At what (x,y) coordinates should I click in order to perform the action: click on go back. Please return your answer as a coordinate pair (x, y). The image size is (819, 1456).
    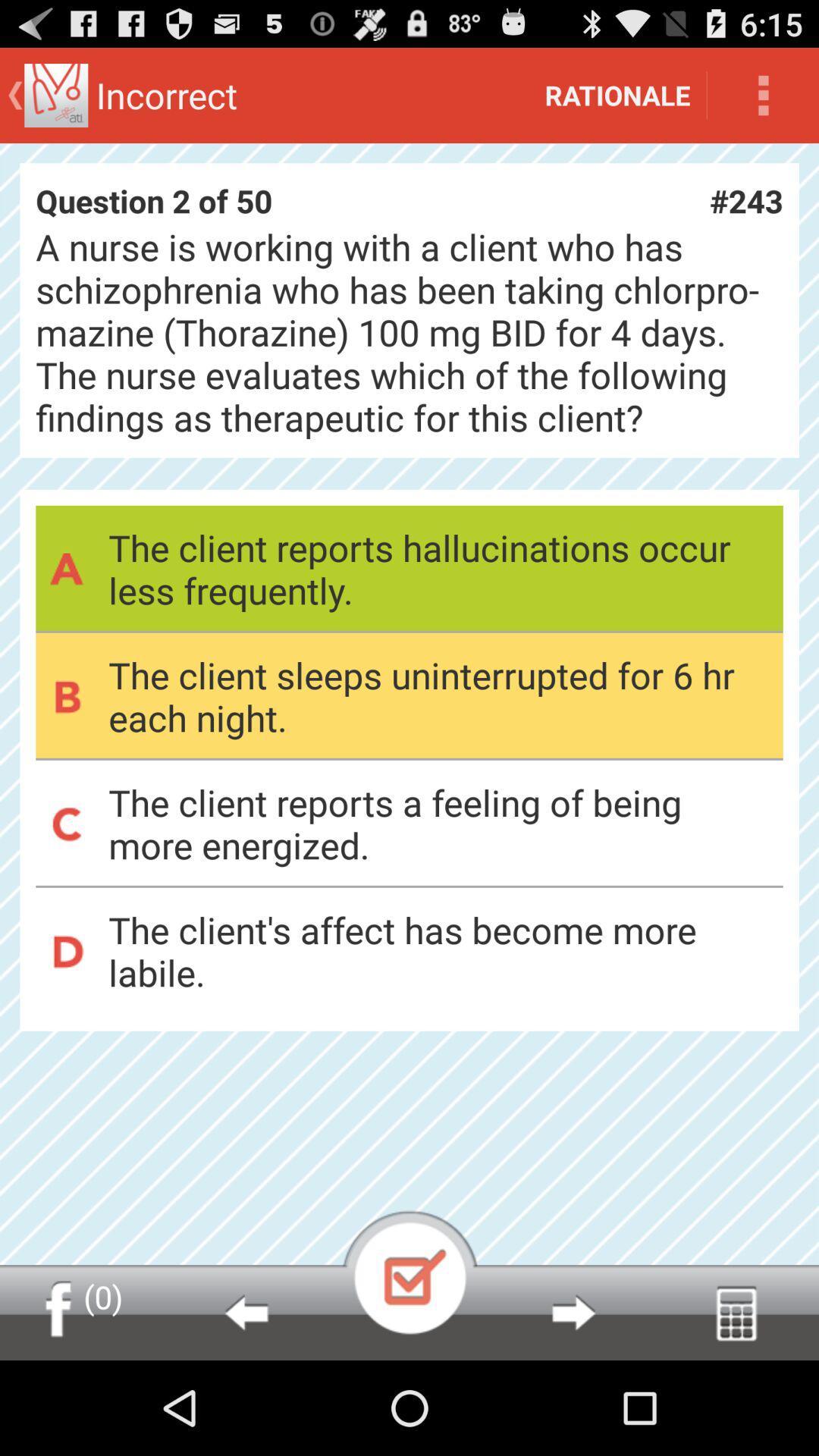
    Looking at the image, I should click on (245, 1312).